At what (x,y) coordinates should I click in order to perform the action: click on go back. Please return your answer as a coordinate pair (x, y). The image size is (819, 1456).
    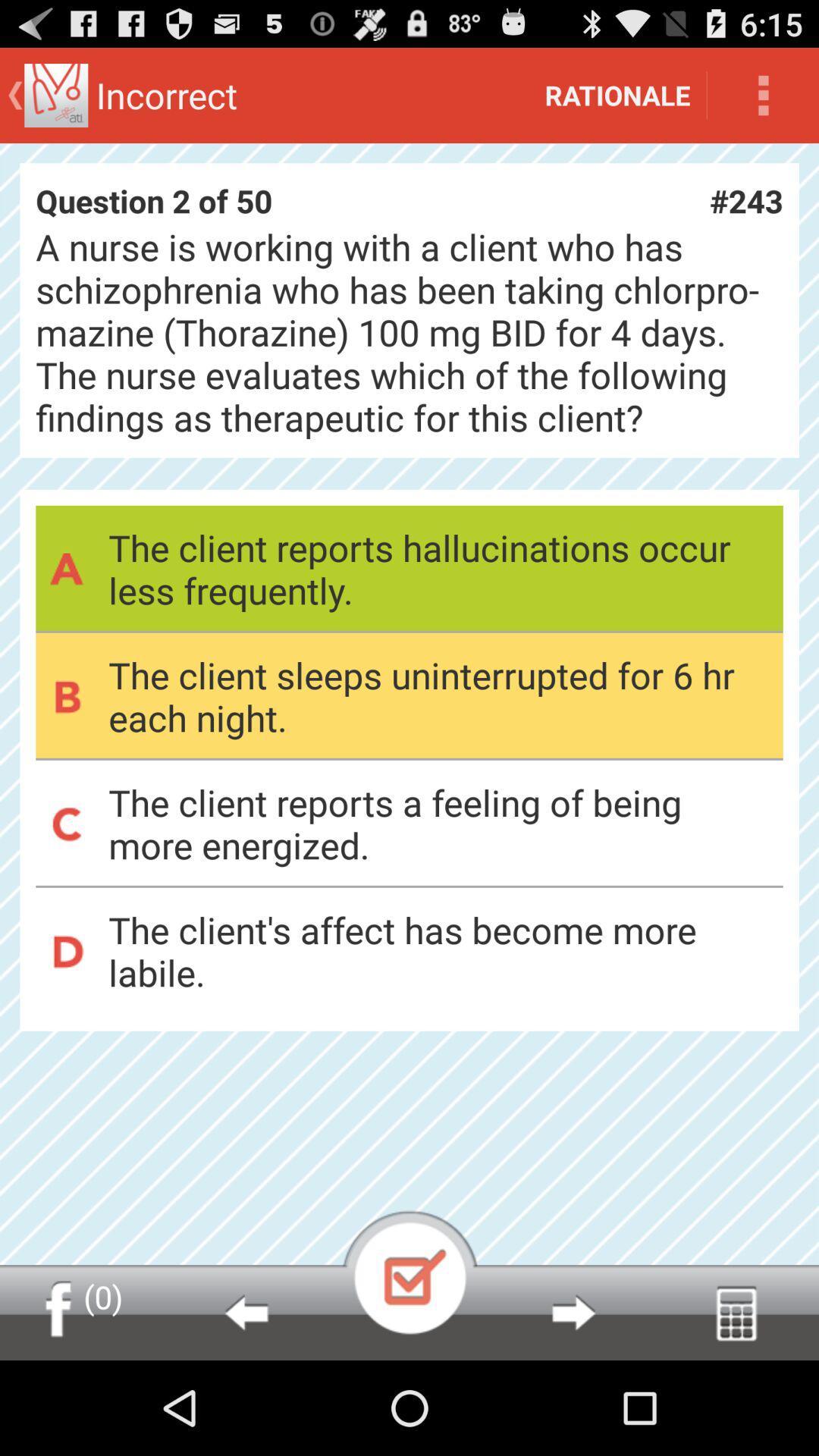
    Looking at the image, I should click on (245, 1312).